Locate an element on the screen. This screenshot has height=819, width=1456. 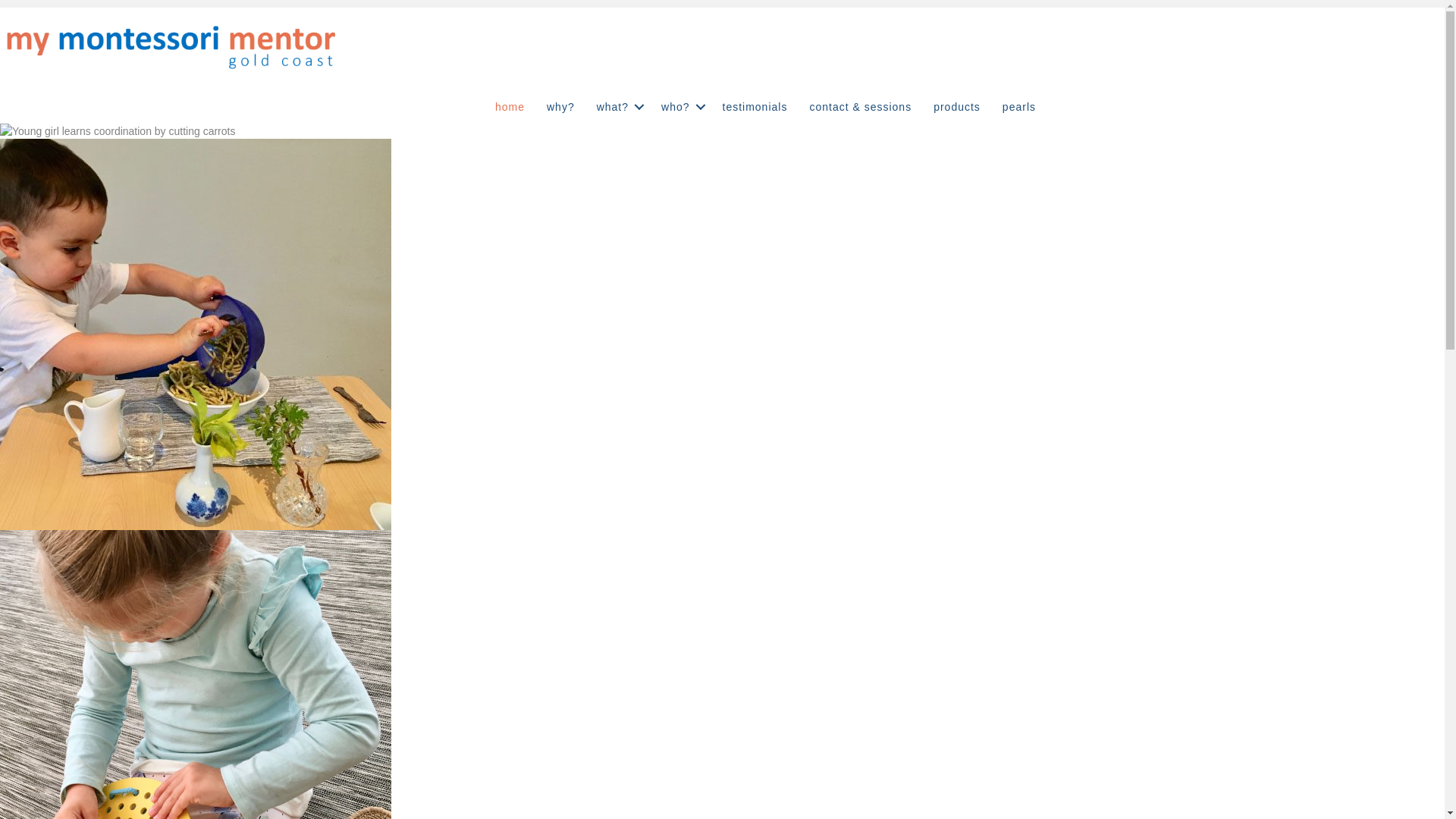
'pearls' is located at coordinates (992, 106).